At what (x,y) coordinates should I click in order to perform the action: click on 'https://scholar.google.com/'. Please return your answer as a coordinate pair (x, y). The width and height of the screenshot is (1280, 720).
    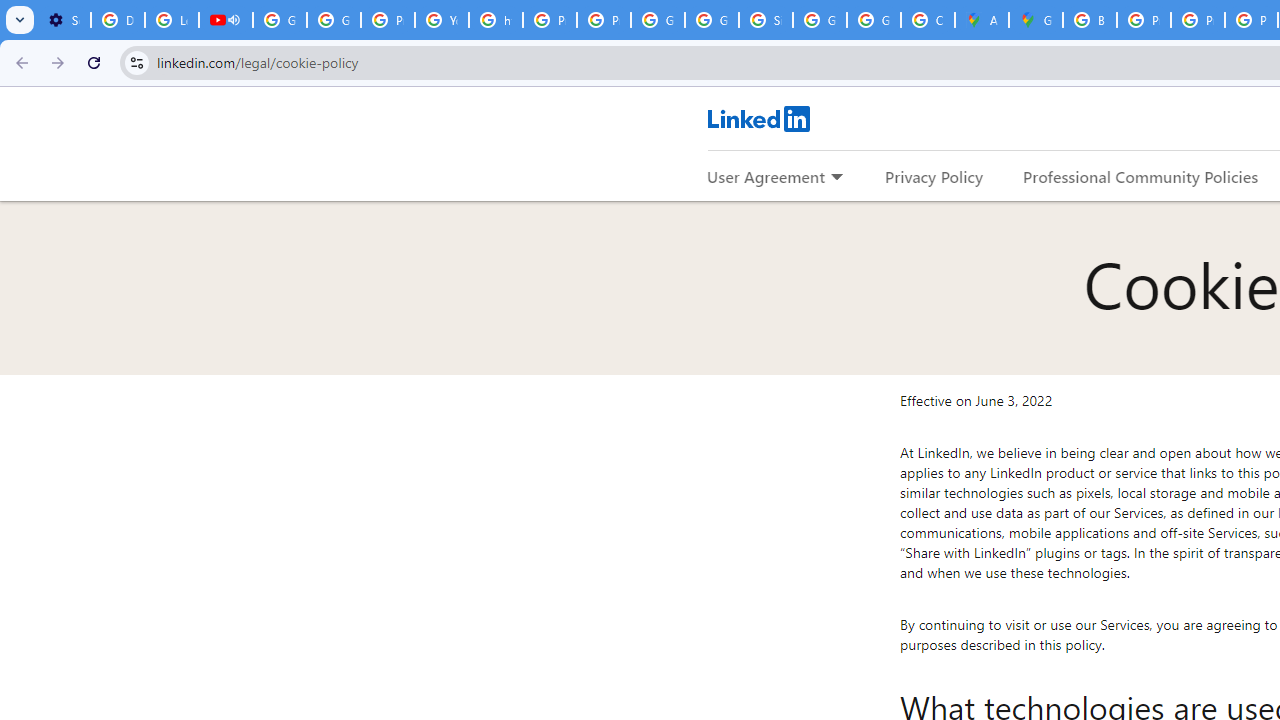
    Looking at the image, I should click on (496, 20).